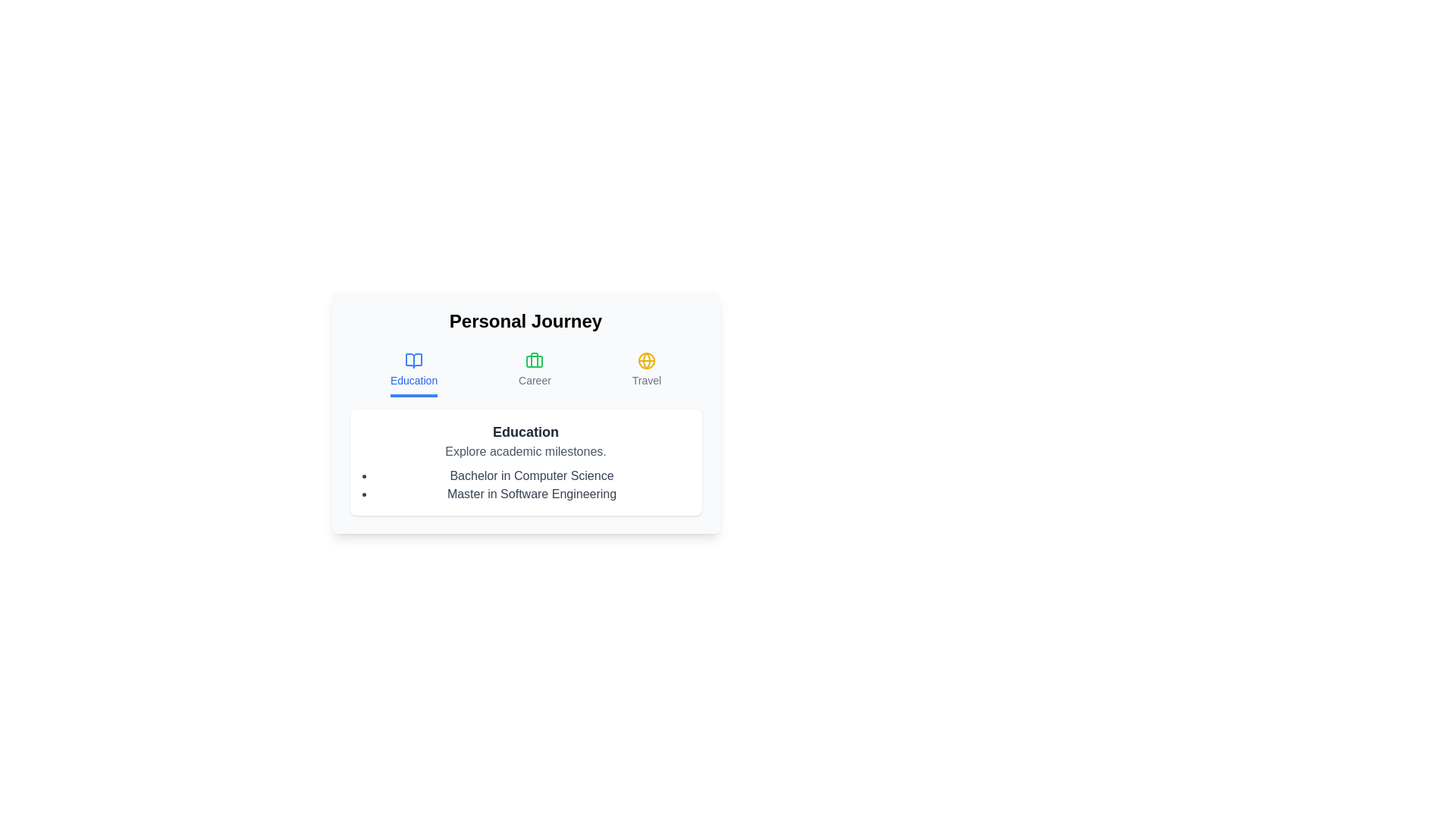 The height and width of the screenshot is (819, 1456). What do you see at coordinates (535, 360) in the screenshot?
I see `the green briefcase icon representing 'career', which is positioned above the word 'Career' in the center column of the navigation interface` at bounding box center [535, 360].